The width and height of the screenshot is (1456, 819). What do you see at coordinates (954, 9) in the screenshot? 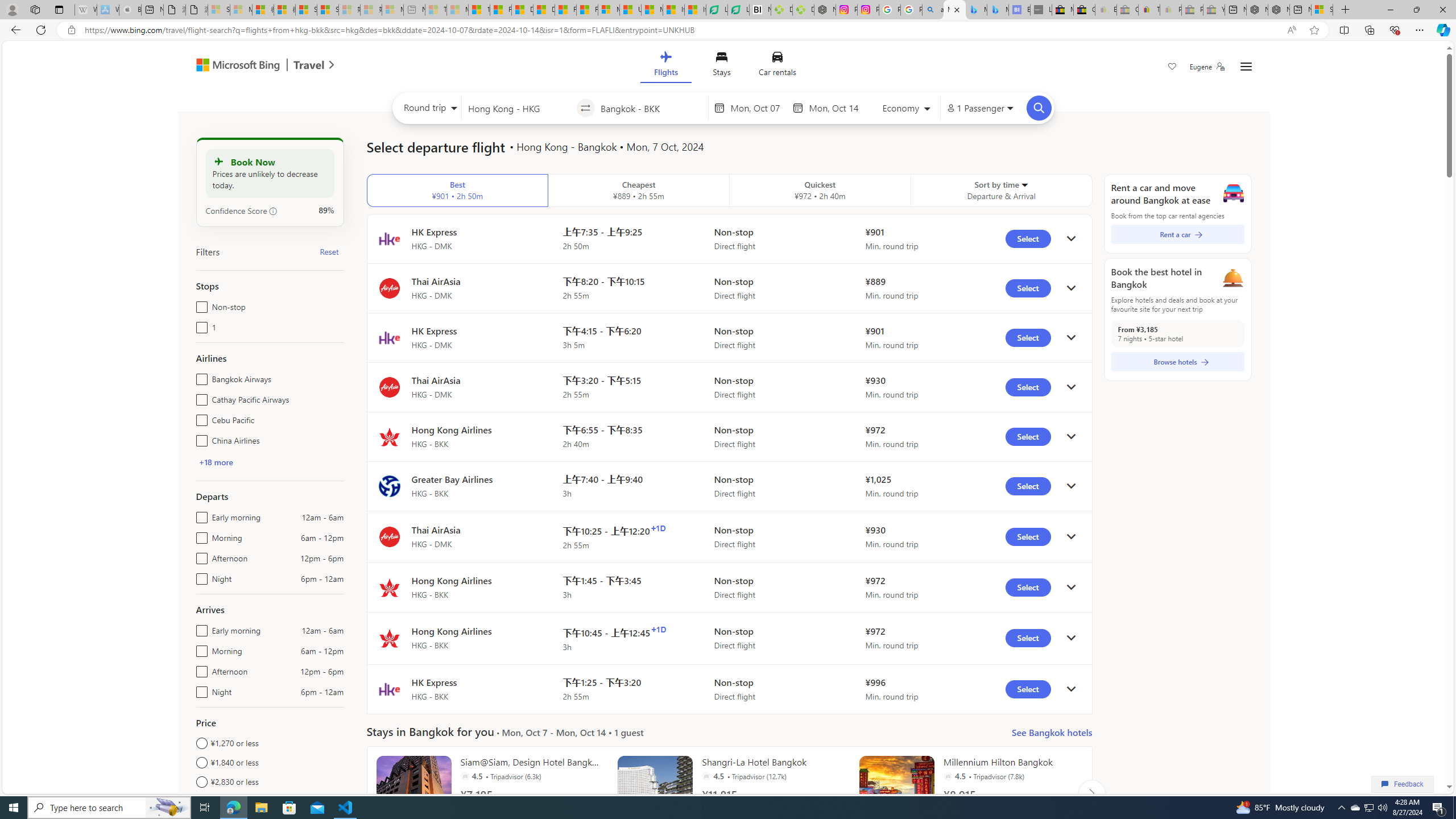
I see `'Microsoft Bing Travel - Flights from Hong Kong to Bangkok'` at bounding box center [954, 9].